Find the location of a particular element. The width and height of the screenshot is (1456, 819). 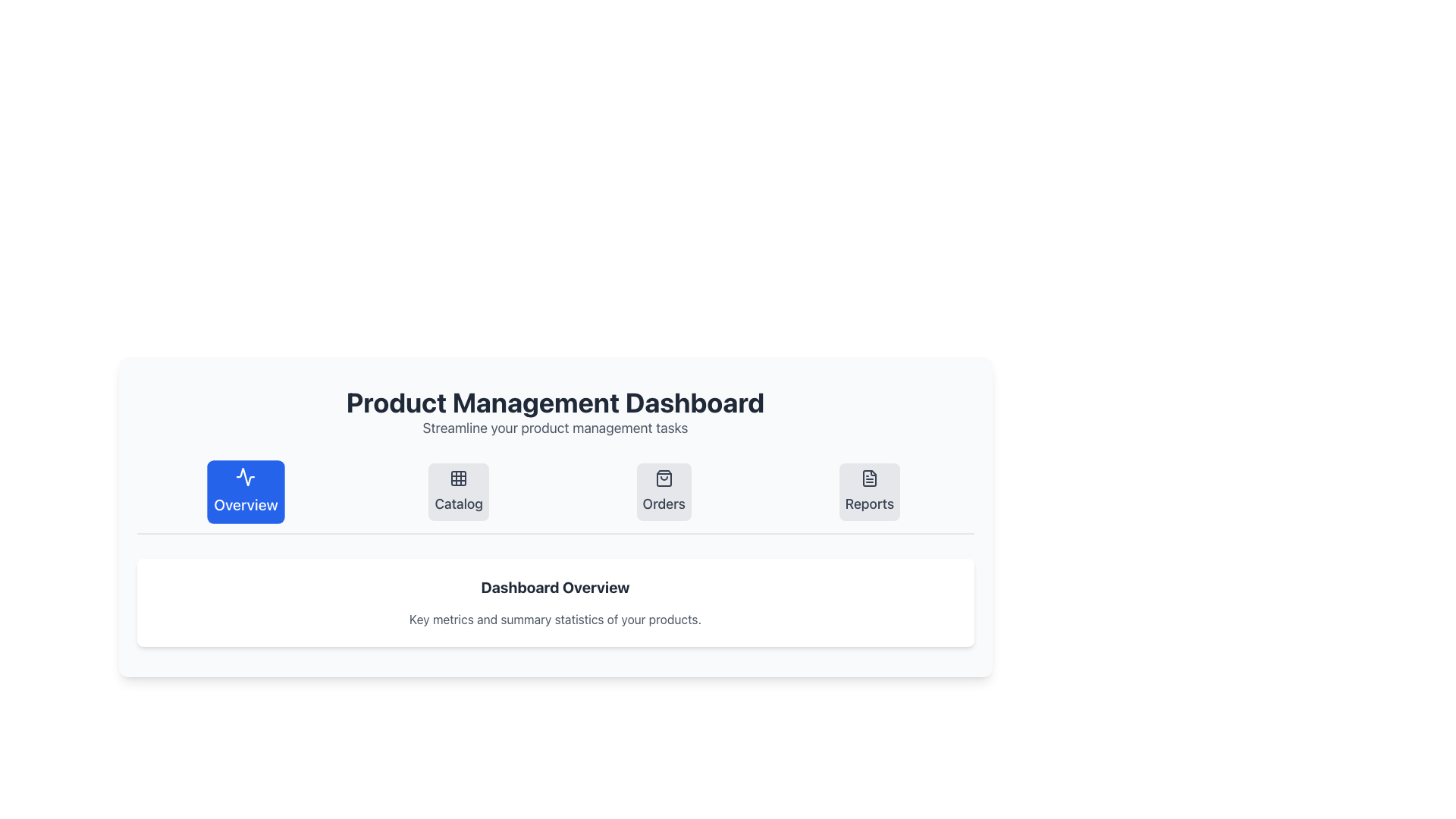

the 'Reports' button, which has a document icon and is located in the fourth position of the horizontal navigation menu is located at coordinates (869, 491).